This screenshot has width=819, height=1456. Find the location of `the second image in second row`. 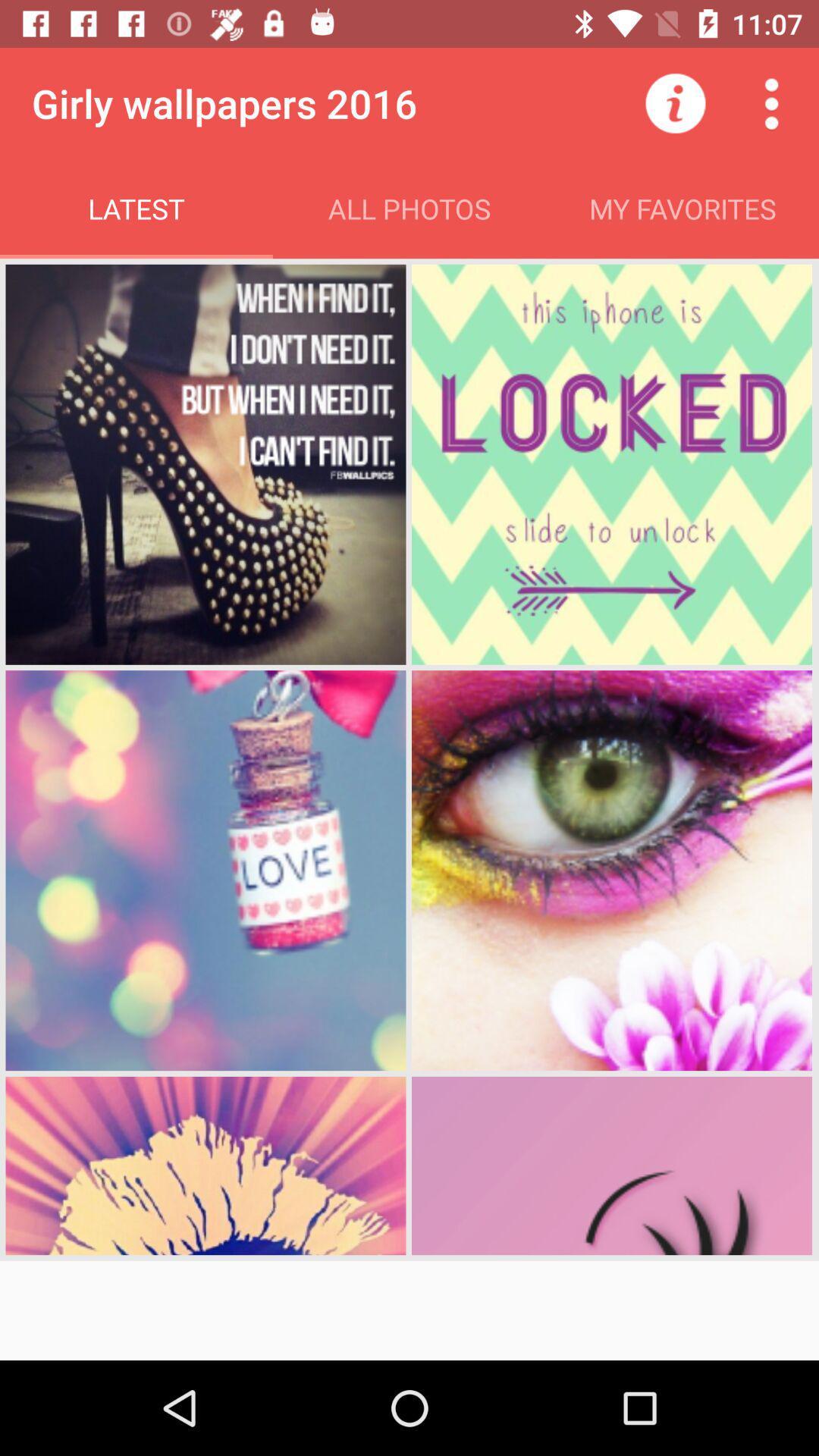

the second image in second row is located at coordinates (610, 870).